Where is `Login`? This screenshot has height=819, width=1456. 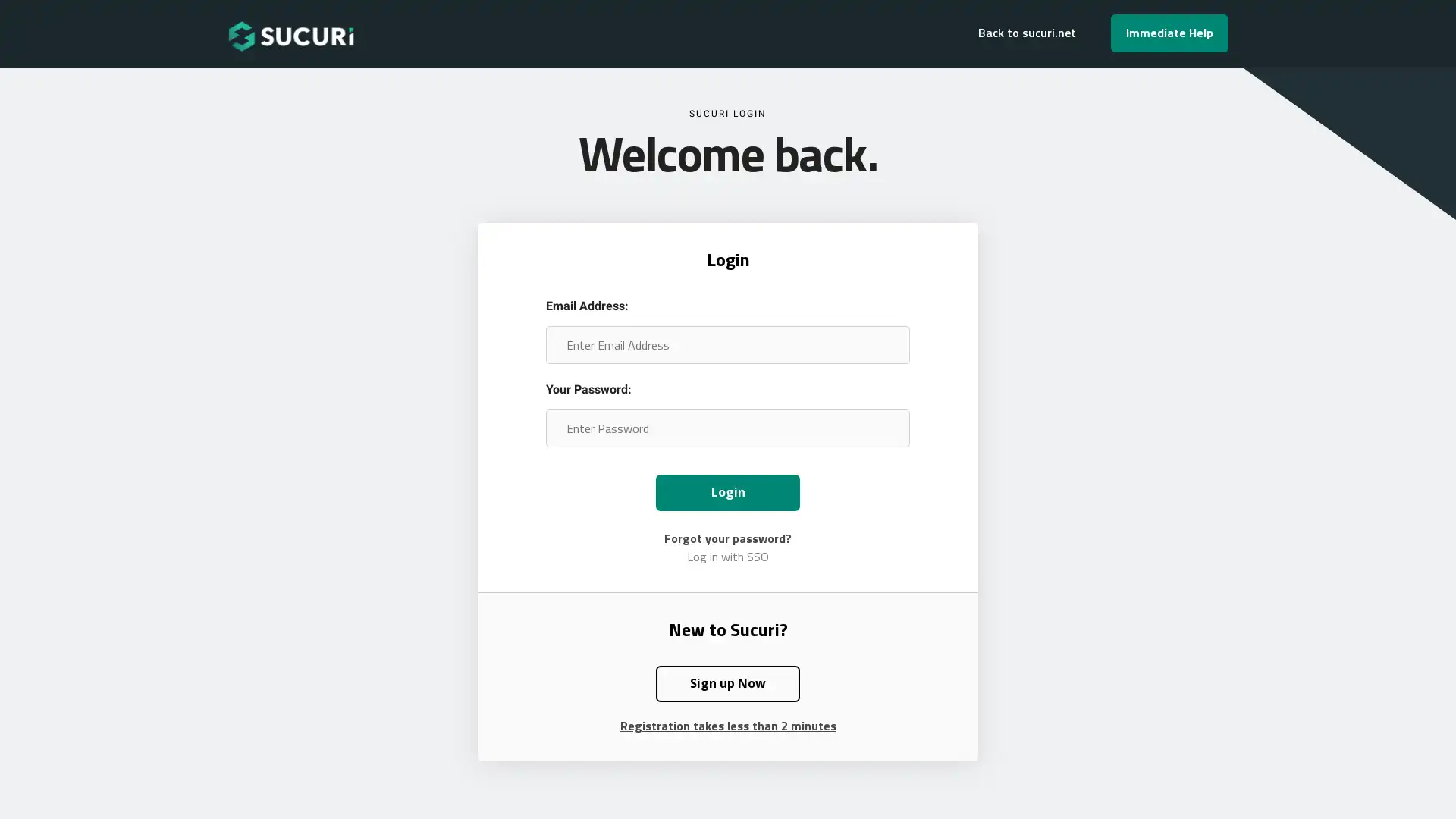 Login is located at coordinates (728, 493).